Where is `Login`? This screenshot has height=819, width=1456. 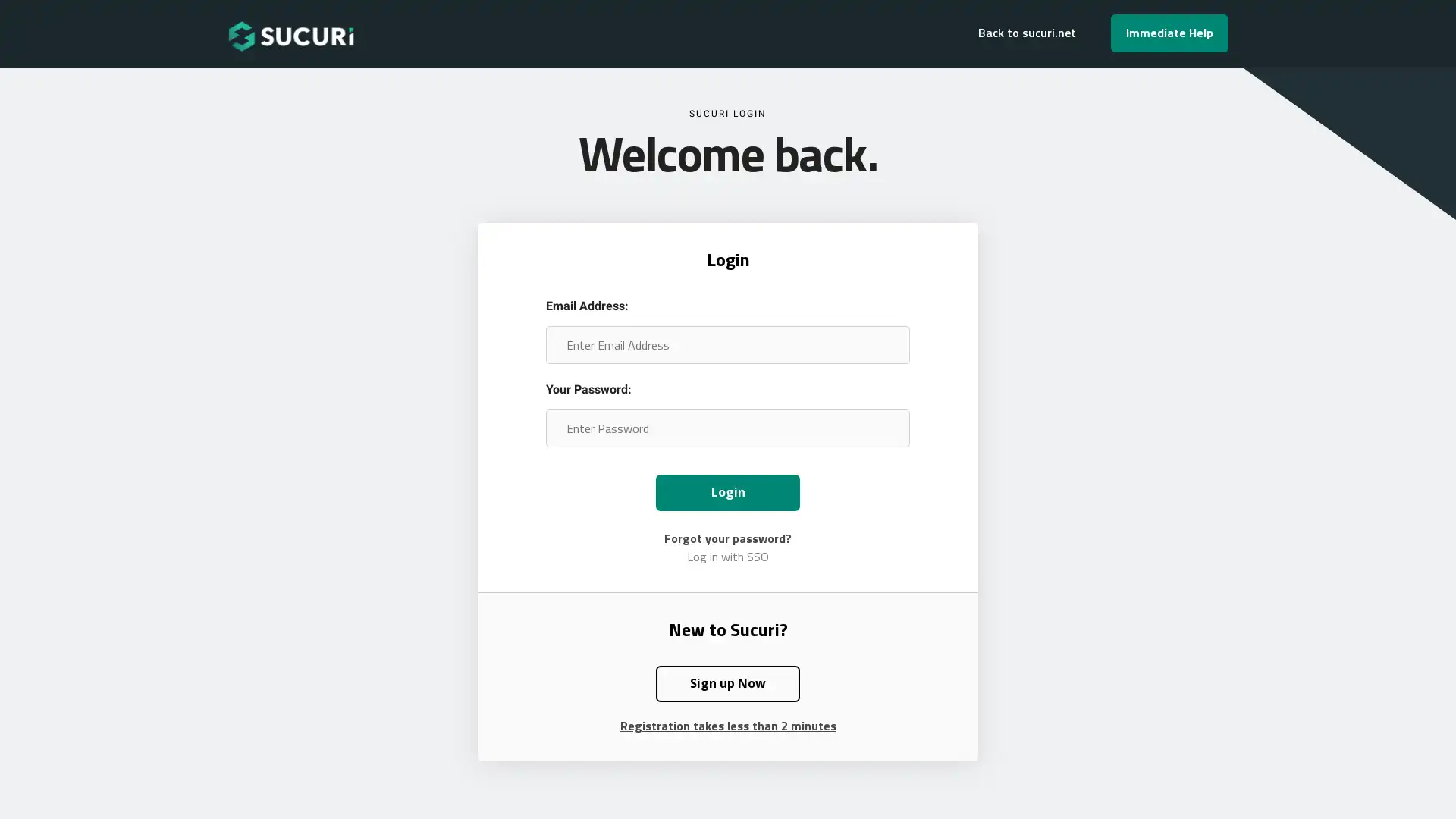 Login is located at coordinates (728, 493).